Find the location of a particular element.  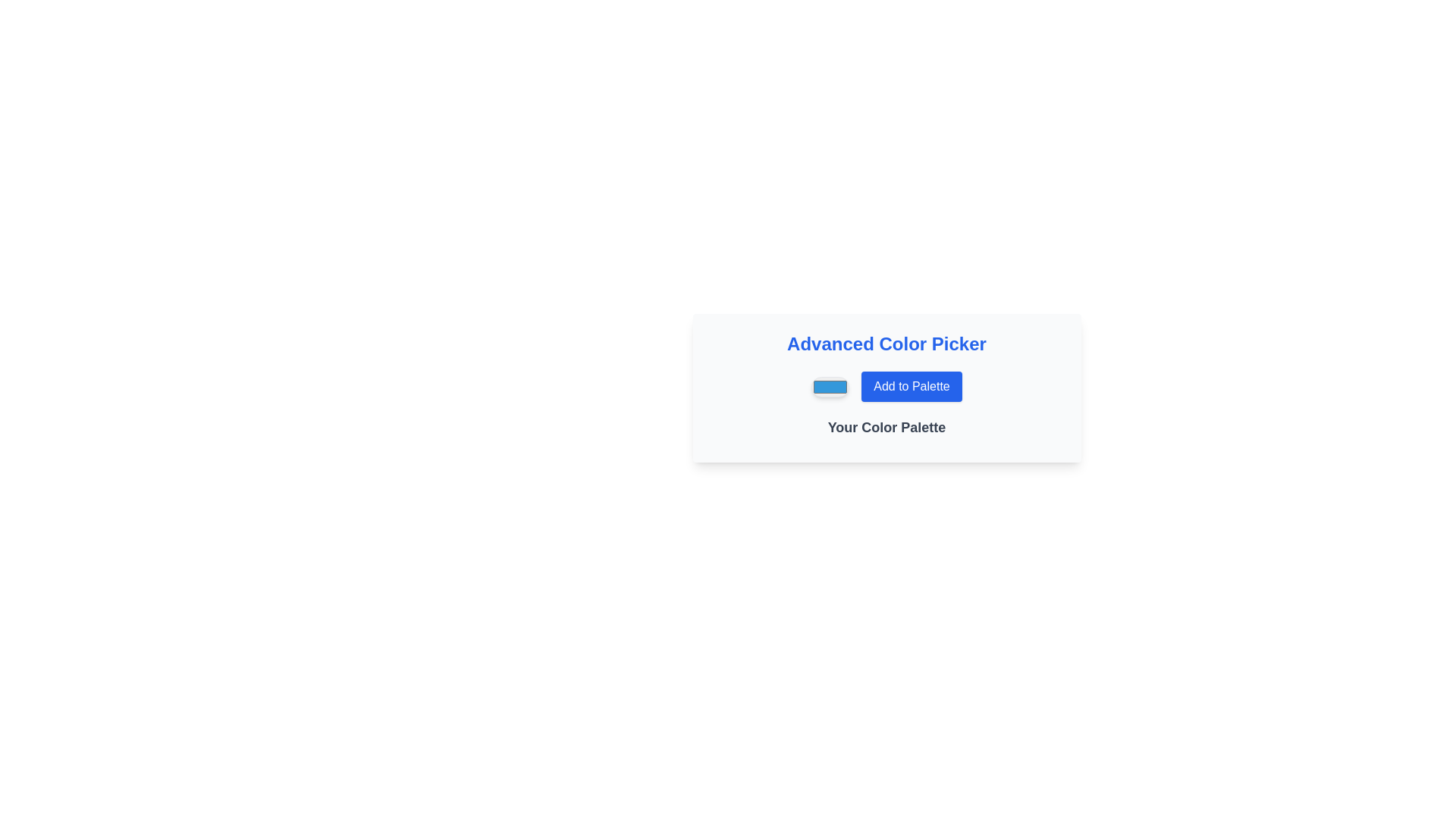

the color picker button located to the left of the 'Add to Palette' blue button is located at coordinates (830, 385).